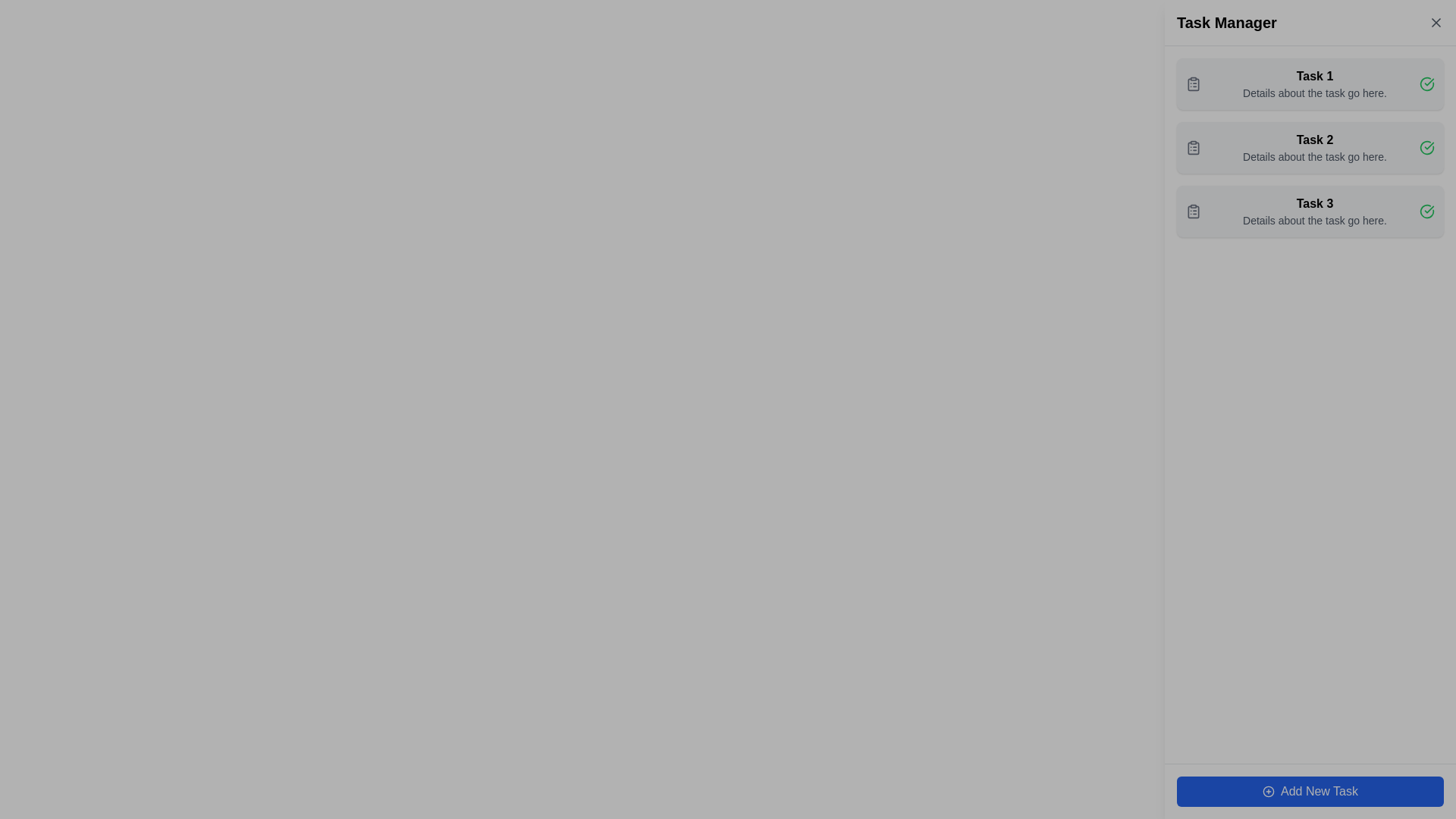 The image size is (1456, 819). What do you see at coordinates (1313, 220) in the screenshot?
I see `the text label displaying 'Details about the task go here.' which is styled in gray color and located below the header 'Task 3'` at bounding box center [1313, 220].